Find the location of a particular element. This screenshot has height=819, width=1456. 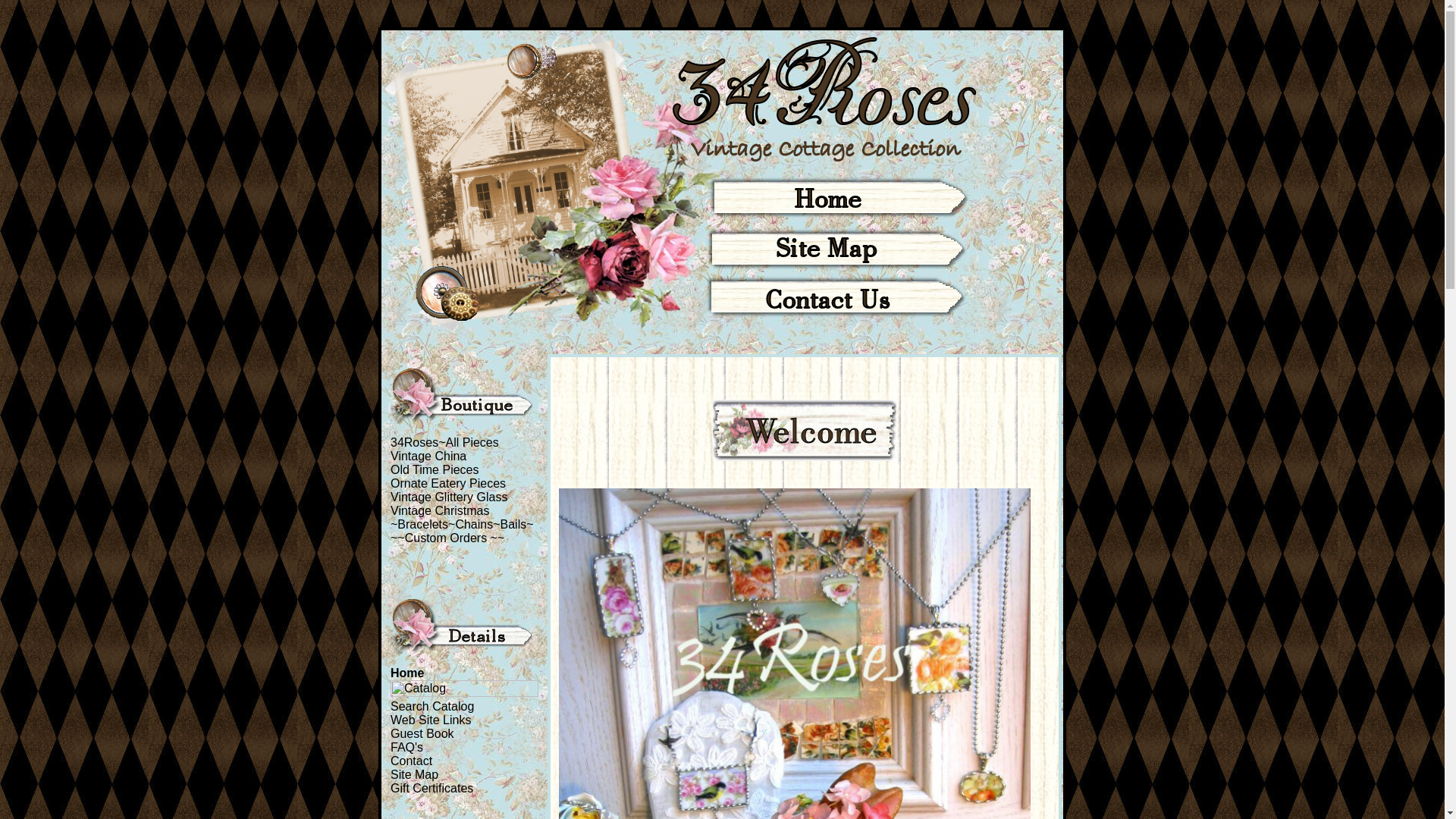

'Gift Certificates' is located at coordinates (390, 787).